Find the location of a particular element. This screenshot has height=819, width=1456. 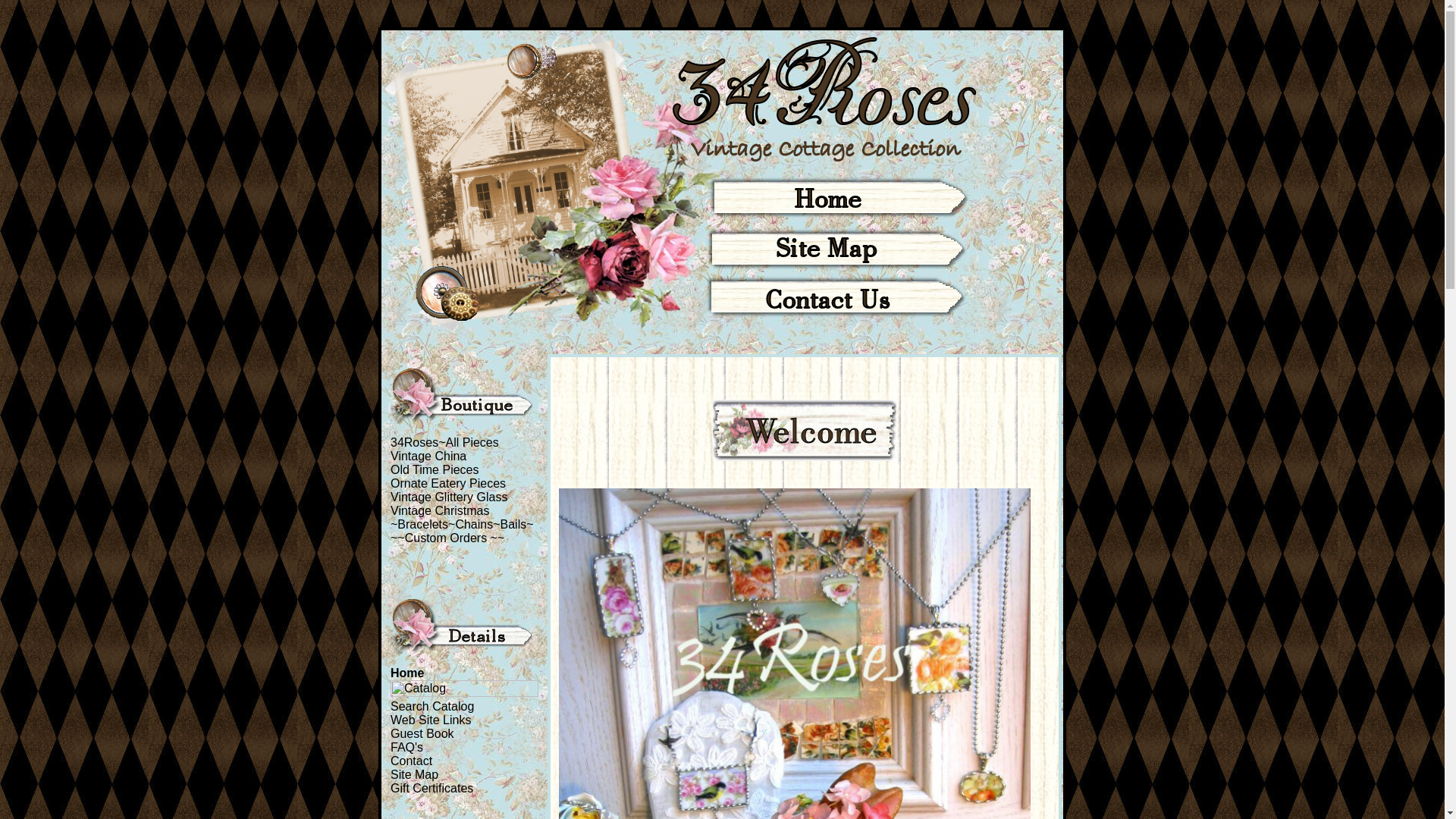

'Gift Certificates' is located at coordinates (390, 787).